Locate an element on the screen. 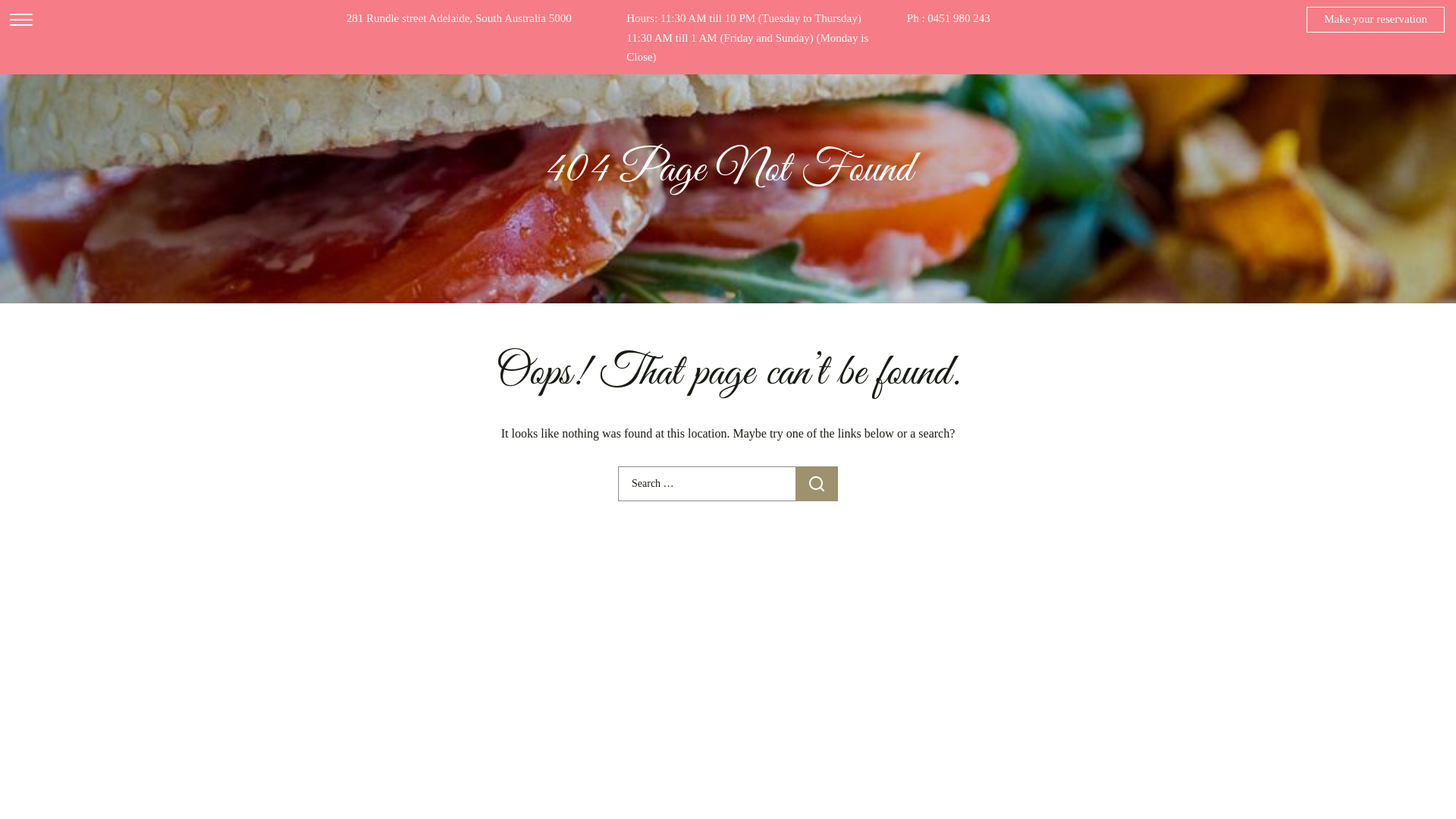 The image size is (1456, 819). 'Search' is located at coordinates (795, 483).